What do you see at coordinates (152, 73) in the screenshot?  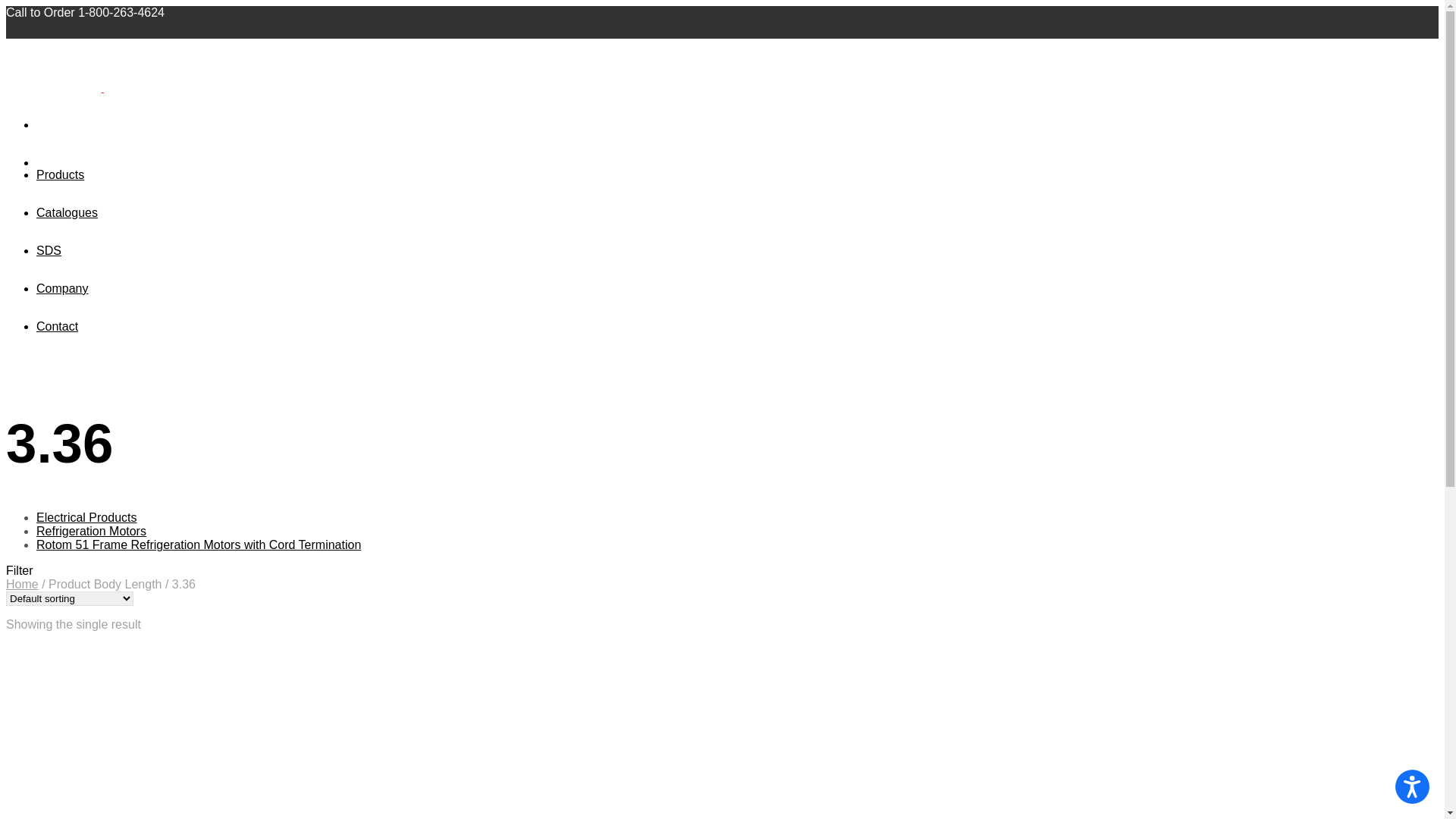 I see `'A DiversiTech Company'` at bounding box center [152, 73].